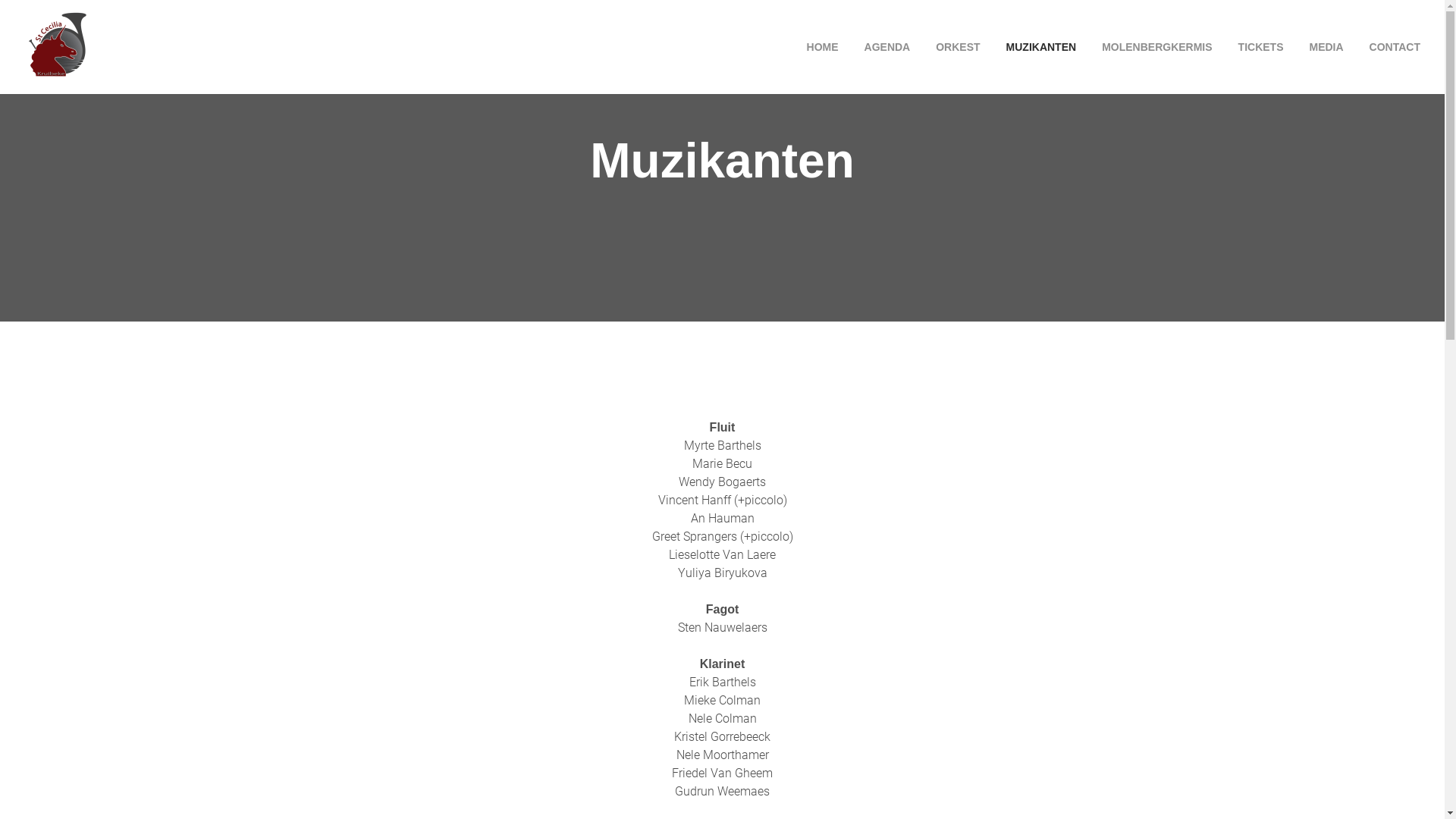  What do you see at coordinates (1090, 45) in the screenshot?
I see `'MOLENBERGKERMIS'` at bounding box center [1090, 45].